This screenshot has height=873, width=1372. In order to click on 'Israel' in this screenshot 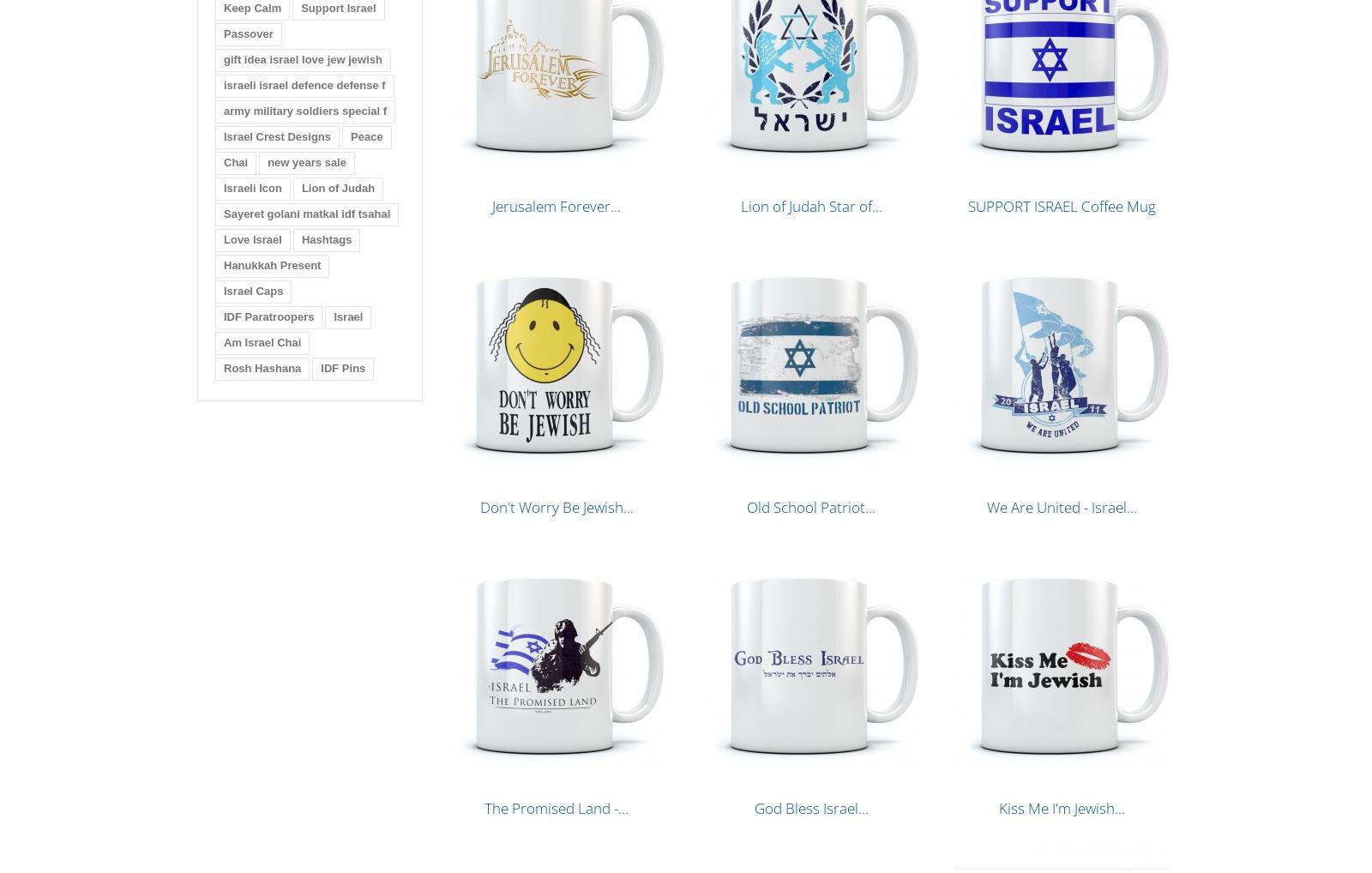, I will do `click(333, 316)`.